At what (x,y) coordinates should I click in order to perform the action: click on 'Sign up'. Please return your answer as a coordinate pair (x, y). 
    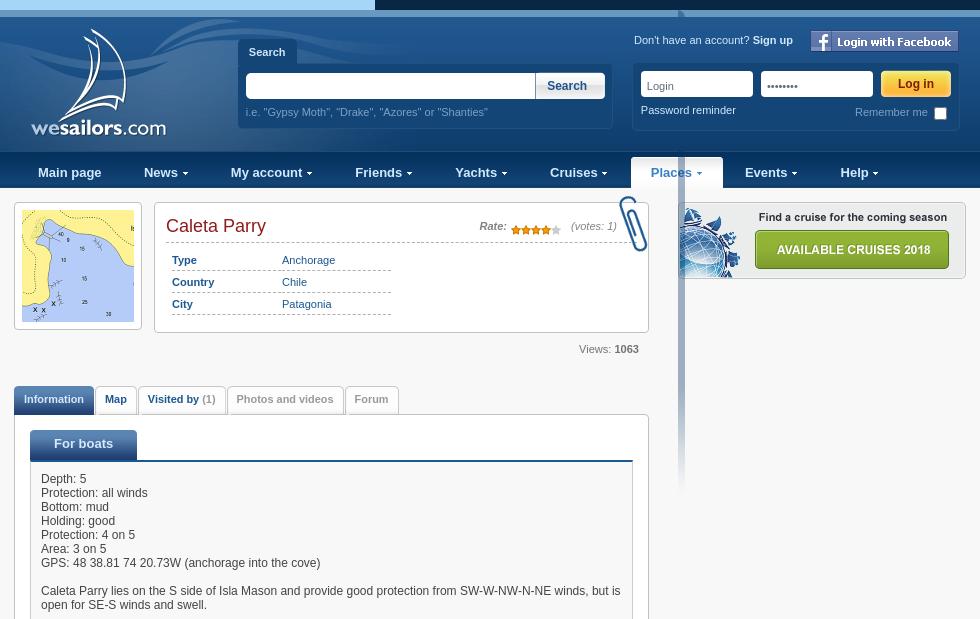
    Looking at the image, I should click on (772, 38).